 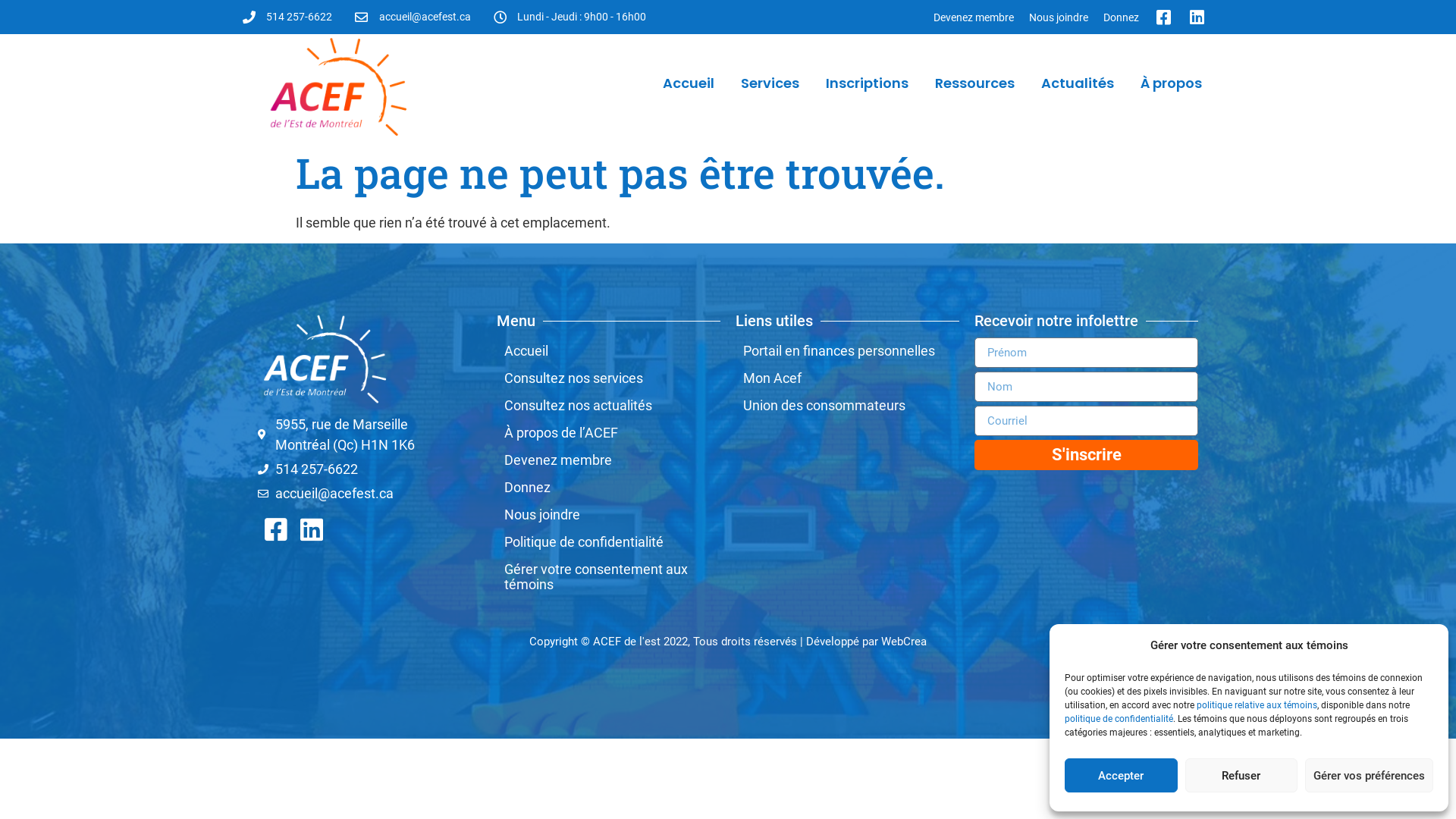 I want to click on 'Portail en finances personnelles', so click(x=846, y=350).